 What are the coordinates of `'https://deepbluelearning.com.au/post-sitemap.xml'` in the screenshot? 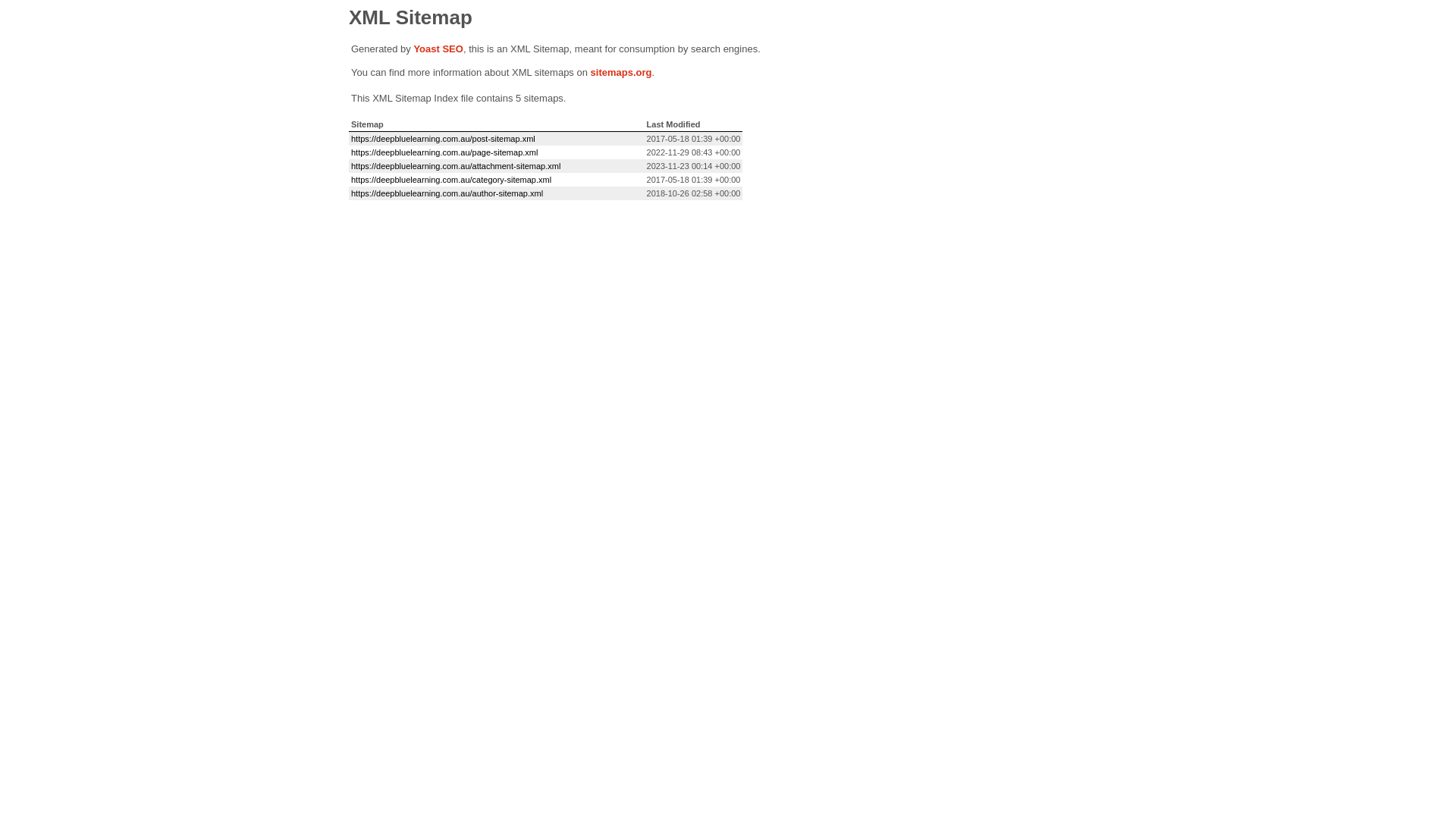 It's located at (442, 138).